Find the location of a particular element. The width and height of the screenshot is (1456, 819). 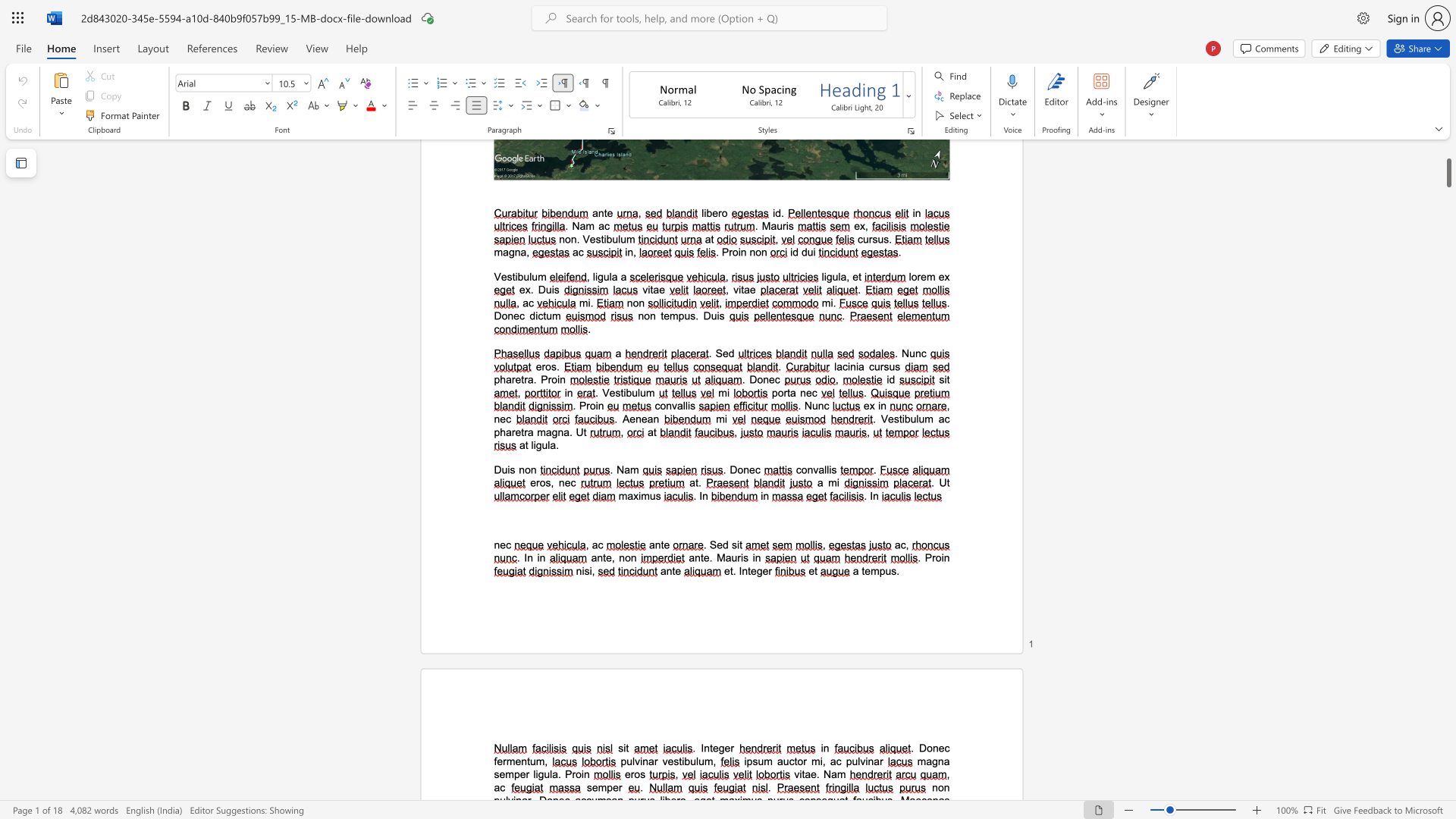

the 1th character "N" in the text is located at coordinates (827, 774).